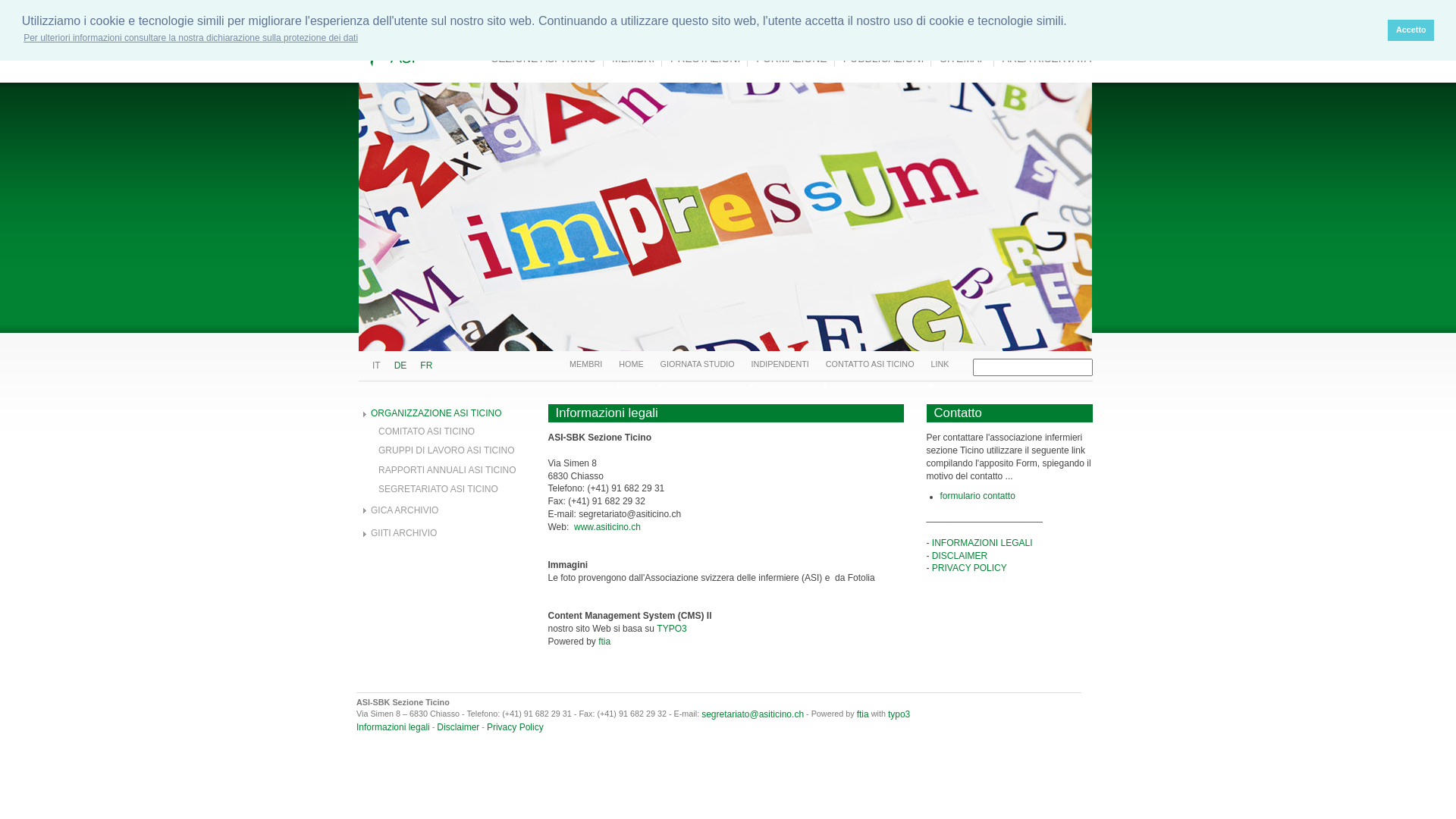 The height and width of the screenshot is (819, 1456). I want to click on 'formulario contatto', so click(977, 496).